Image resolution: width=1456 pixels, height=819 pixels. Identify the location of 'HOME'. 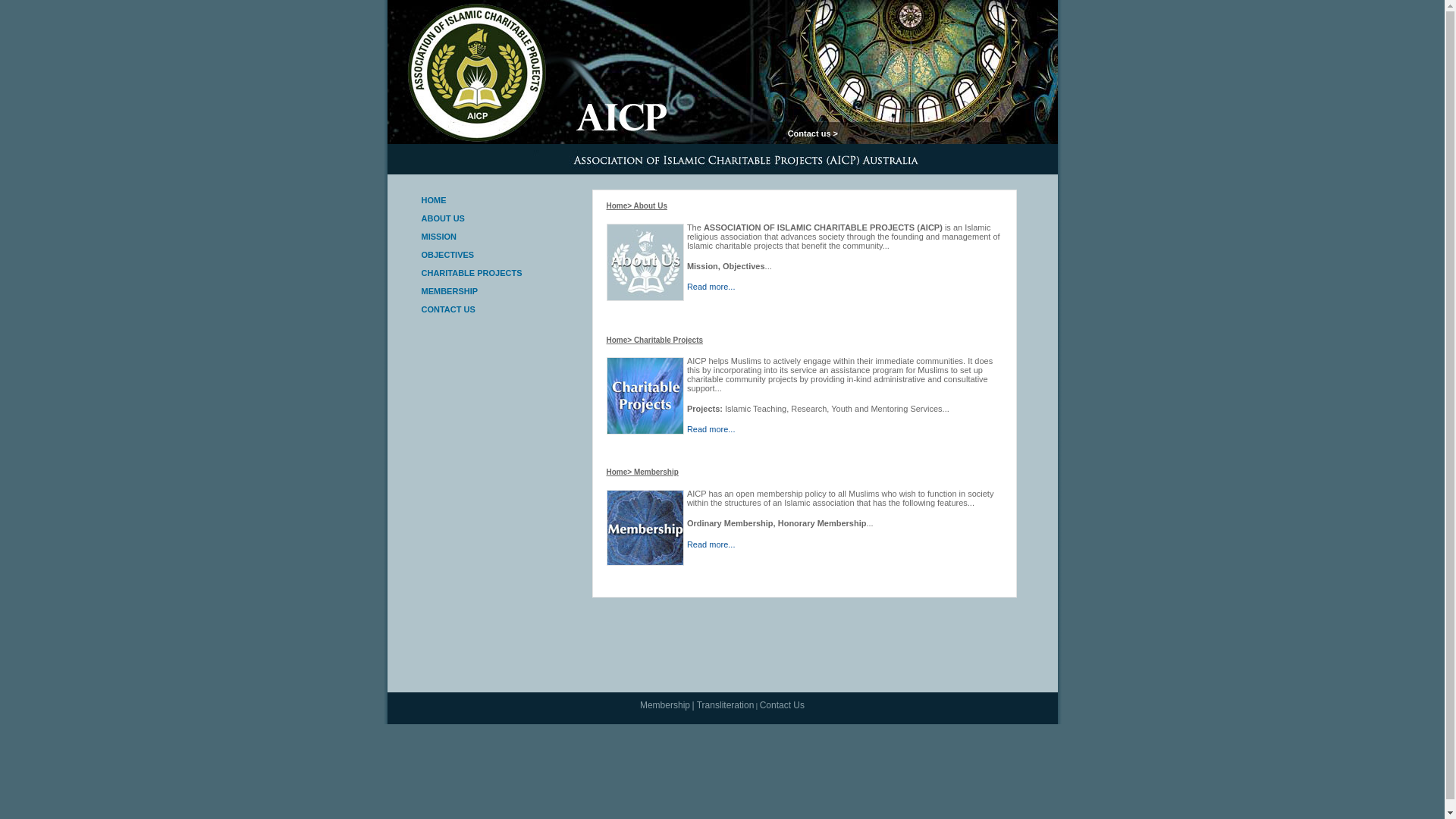
(422, 199).